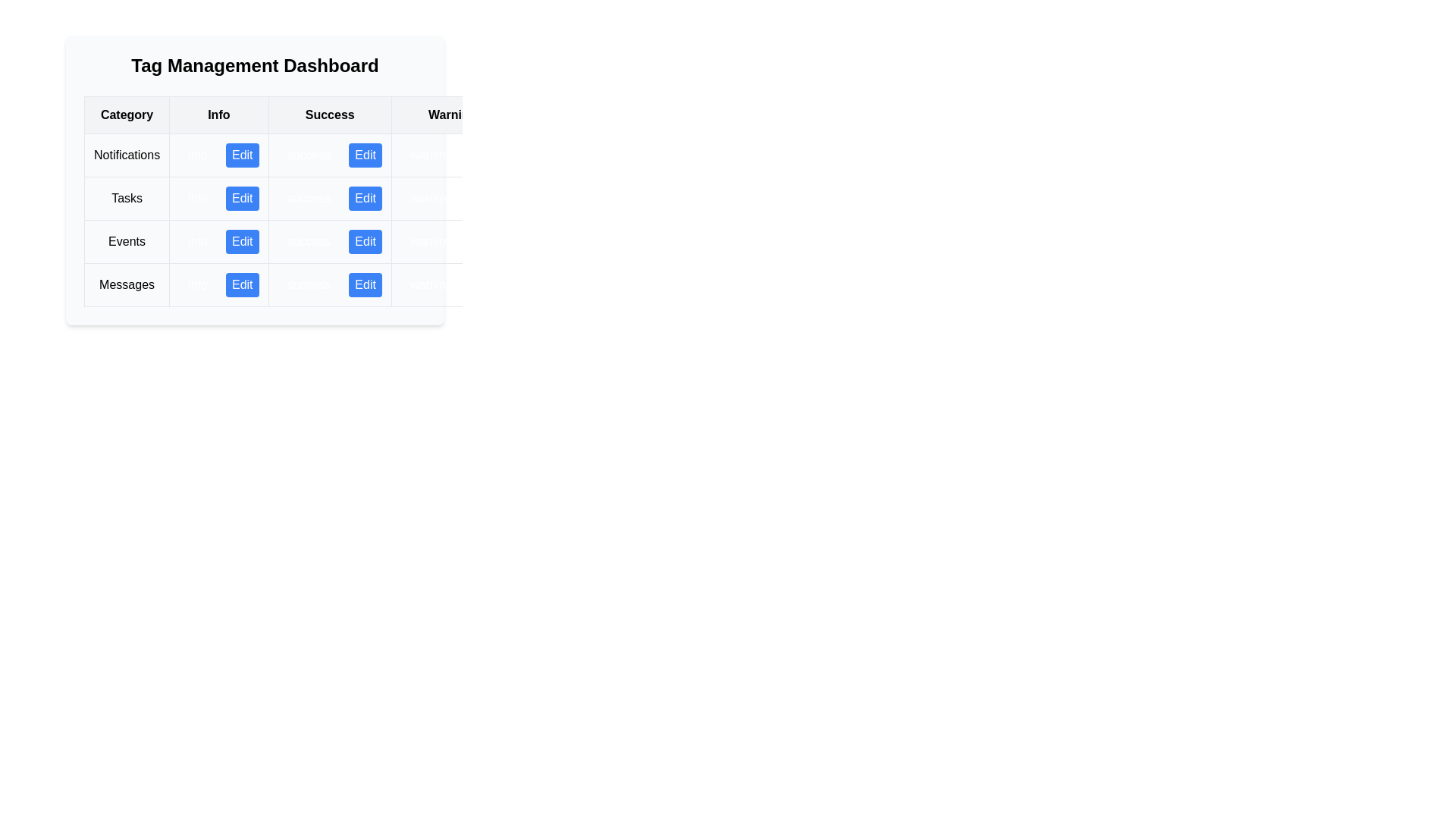 The width and height of the screenshot is (1456, 819). Describe the element at coordinates (218, 155) in the screenshot. I see `the 'Info' button in the 'Notifications' category` at that location.